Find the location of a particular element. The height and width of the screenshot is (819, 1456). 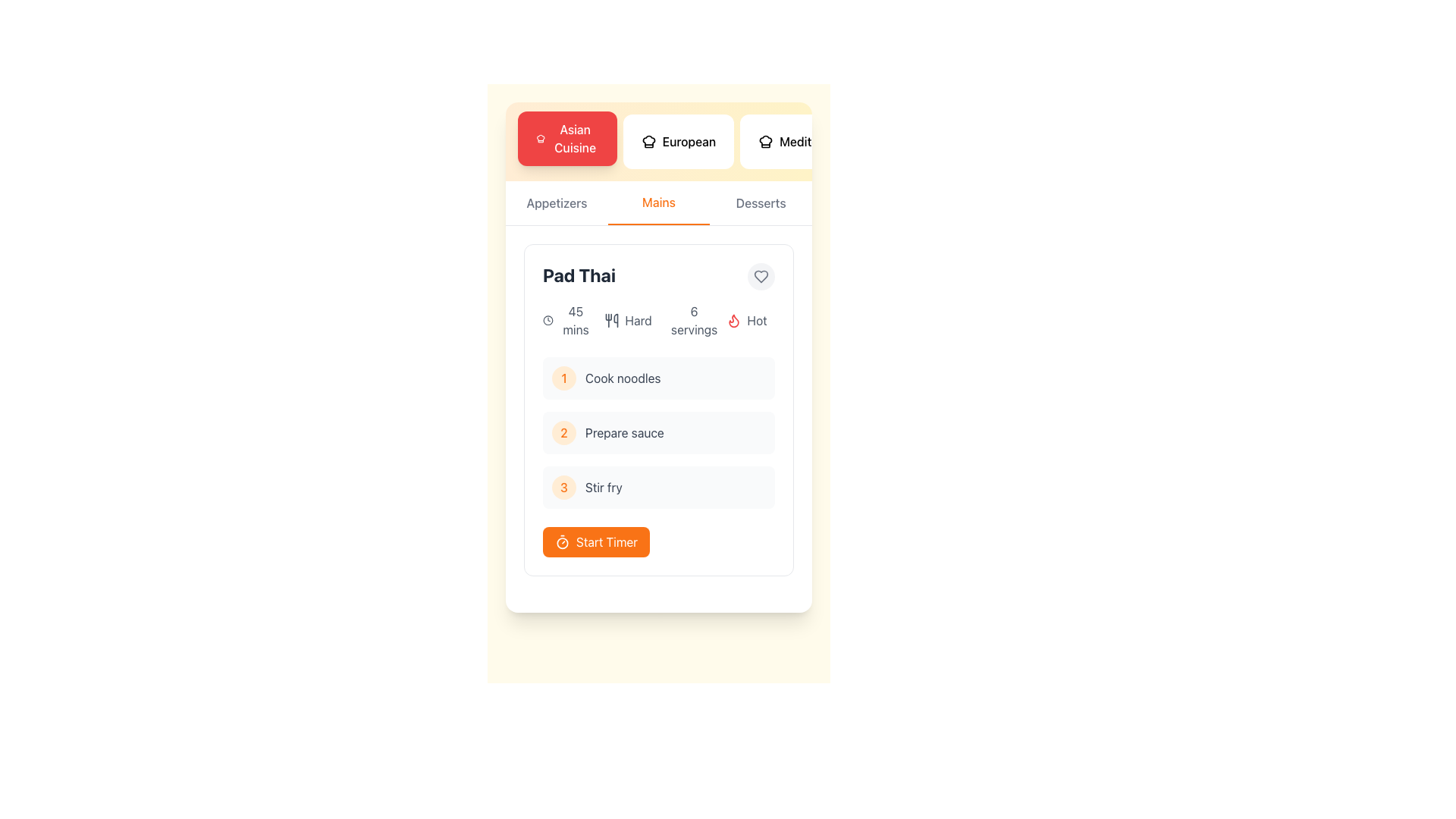

the circular vector shape outlined with a stroke that represents the clock's face in the top-left section of the content card is located at coordinates (548, 320).